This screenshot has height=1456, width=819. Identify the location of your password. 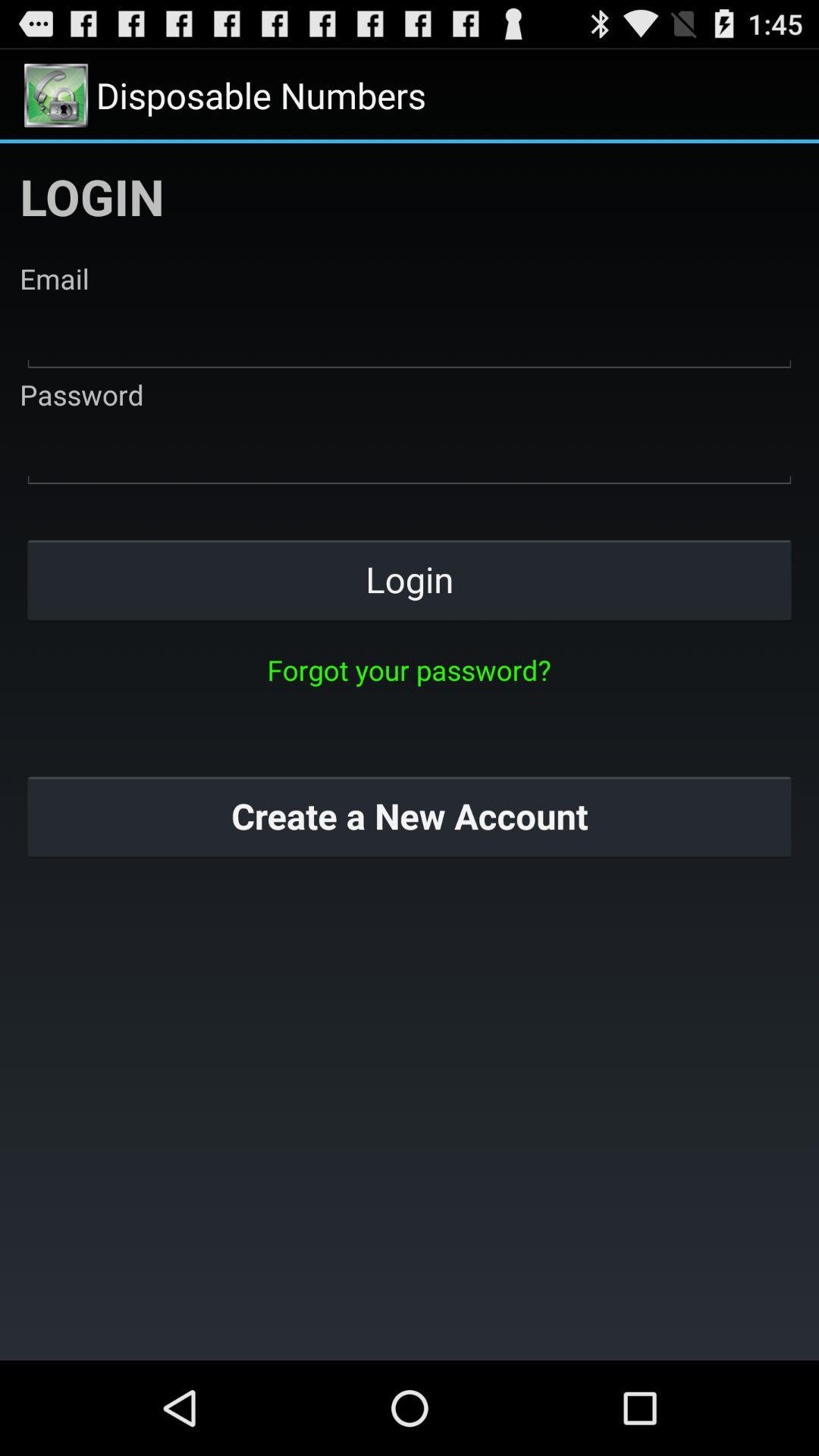
(409, 451).